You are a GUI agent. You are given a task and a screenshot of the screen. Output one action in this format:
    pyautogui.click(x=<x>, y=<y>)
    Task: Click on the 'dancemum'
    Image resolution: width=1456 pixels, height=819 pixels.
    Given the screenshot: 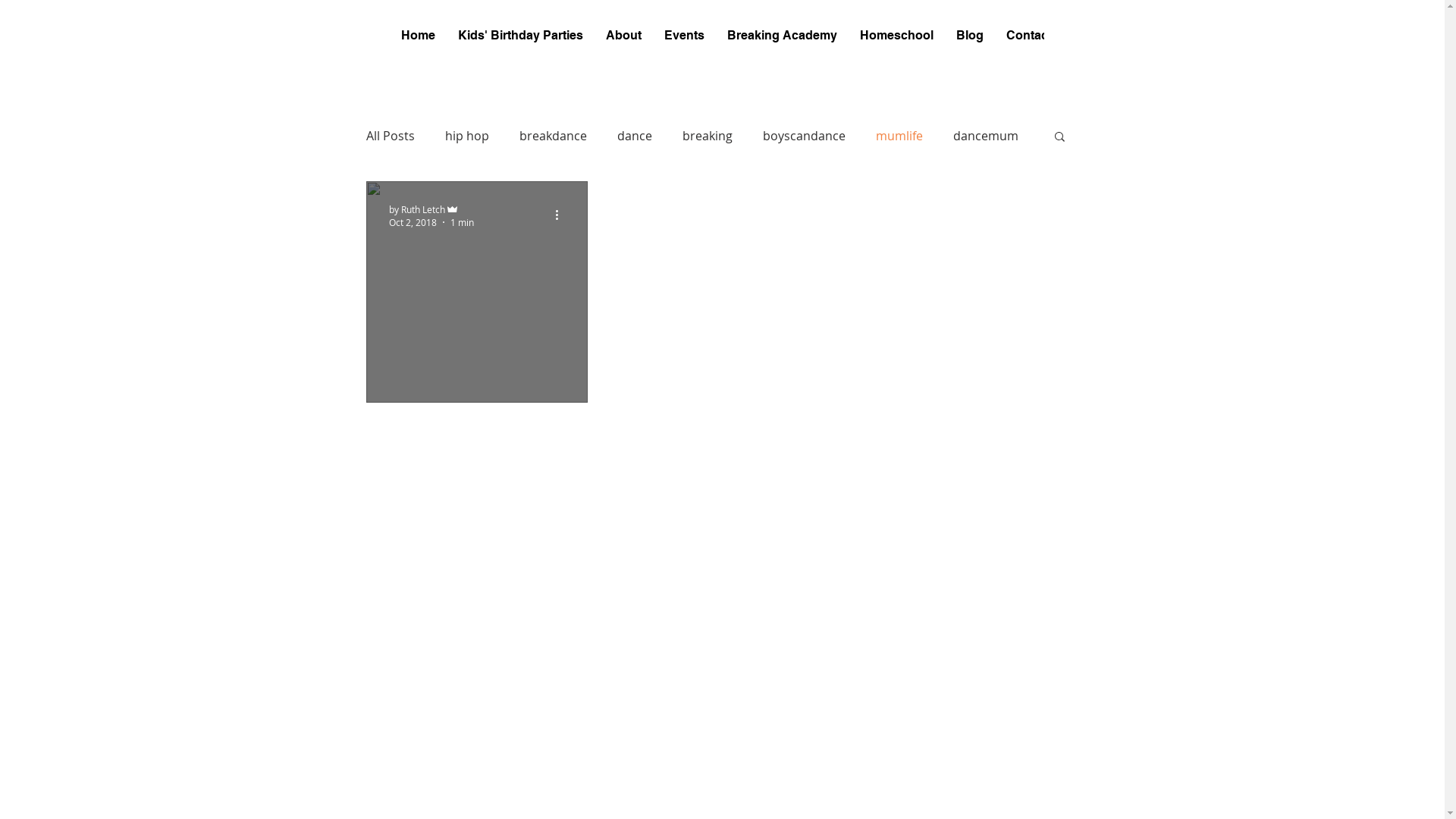 What is the action you would take?
    pyautogui.click(x=985, y=134)
    